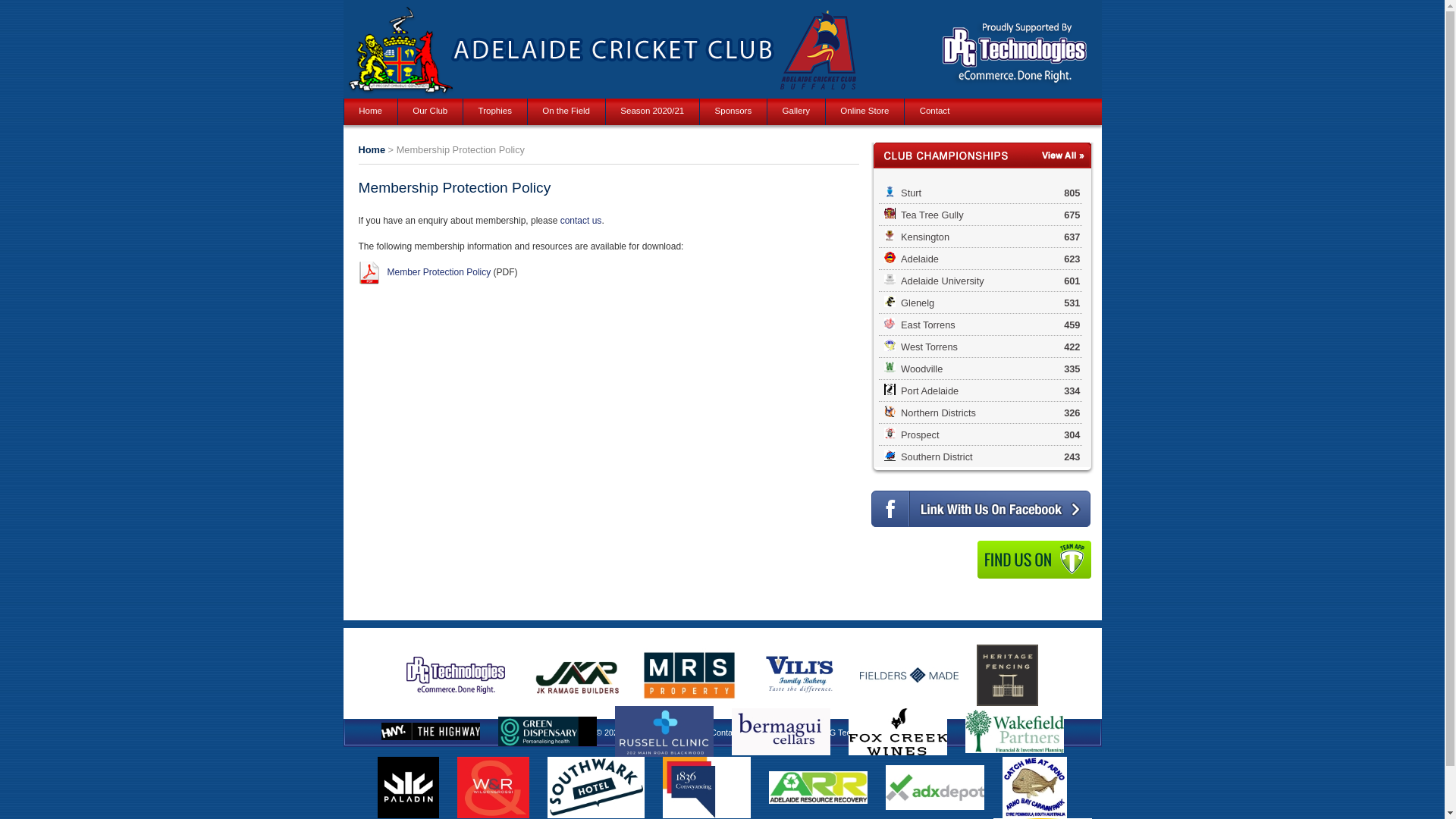 This screenshot has height=819, width=1456. I want to click on 'Contact', so click(934, 110).